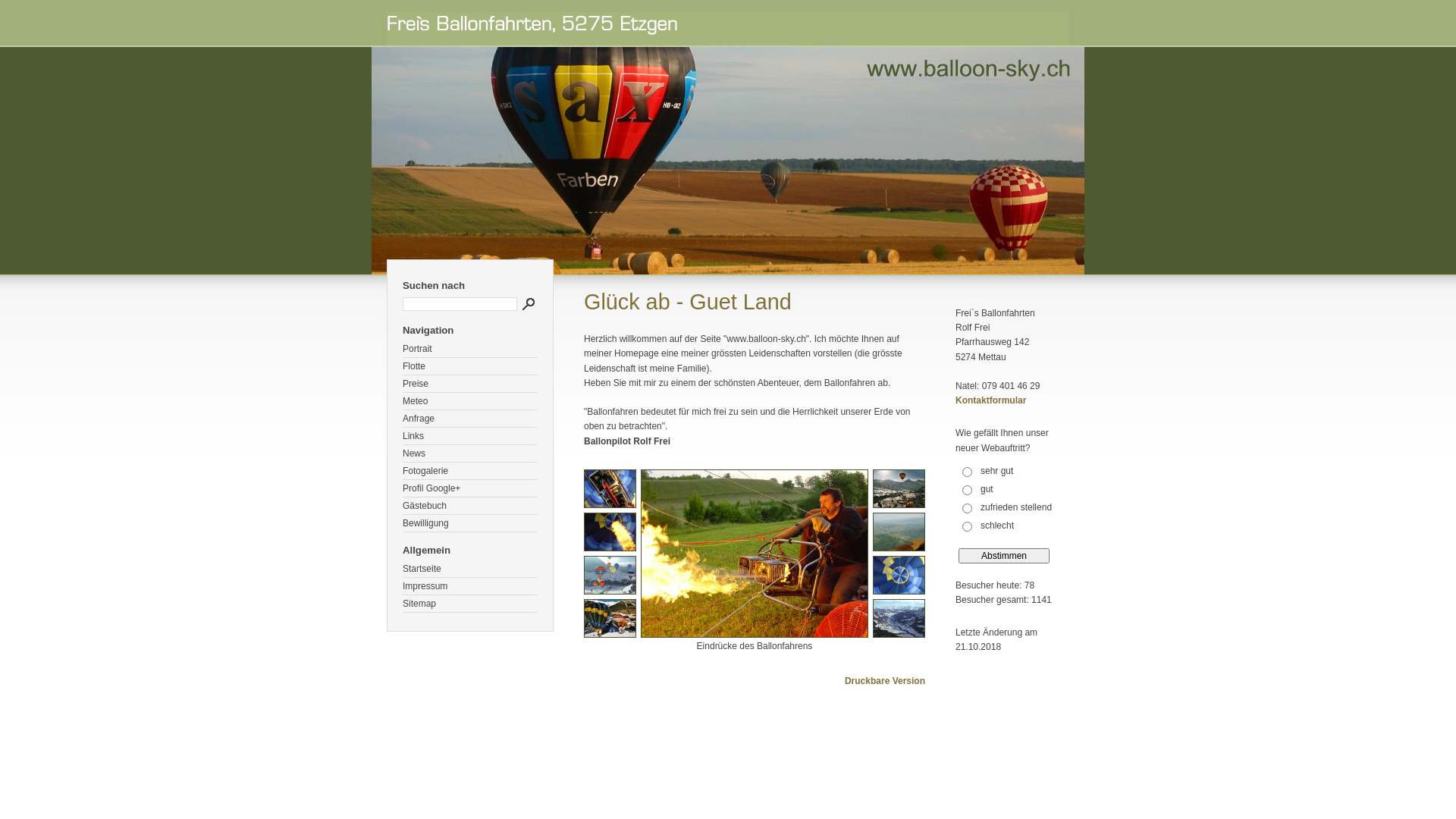  What do you see at coordinates (469, 585) in the screenshot?
I see `'Impressum'` at bounding box center [469, 585].